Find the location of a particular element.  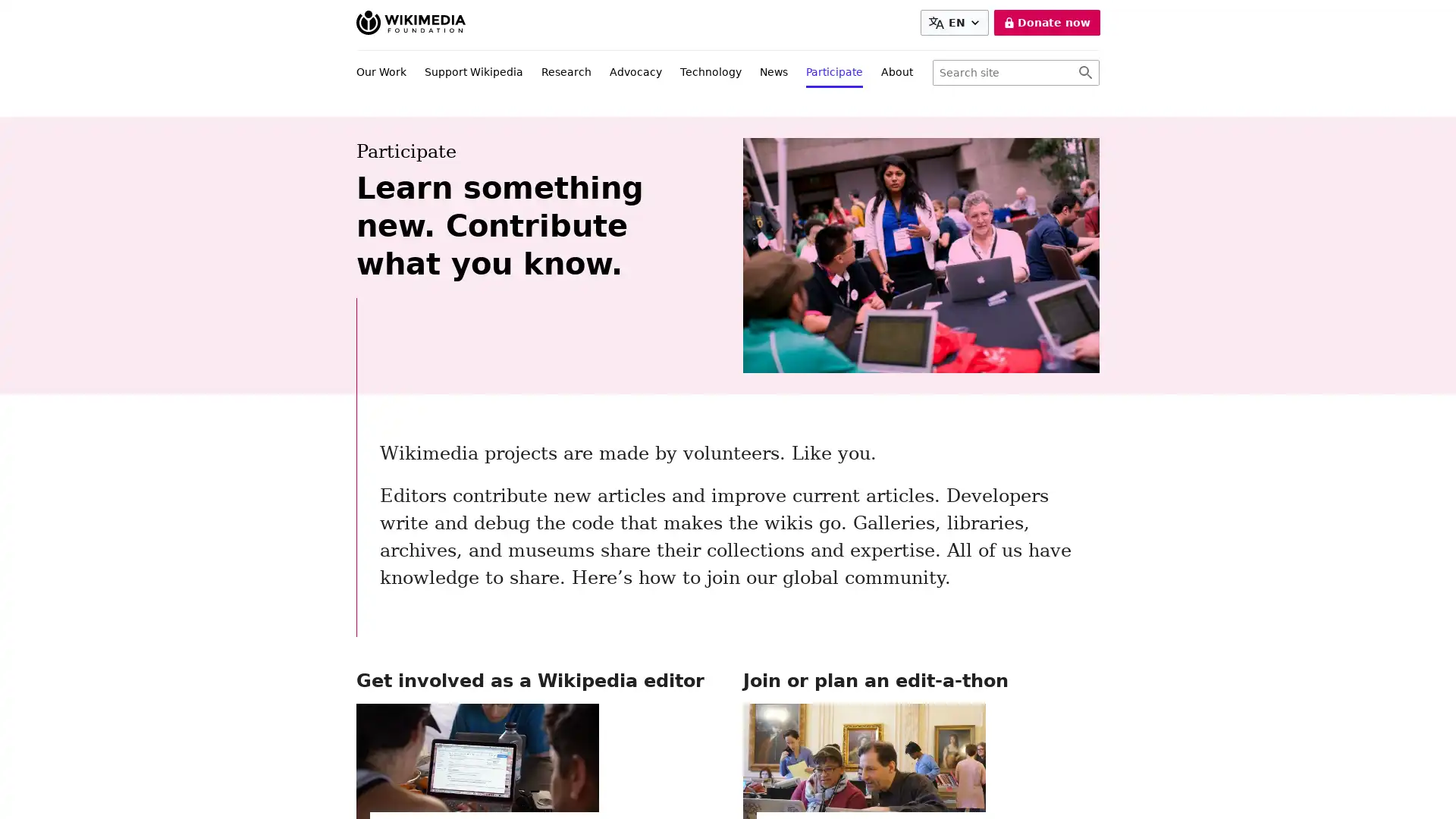

Search is located at coordinates (1084, 73).